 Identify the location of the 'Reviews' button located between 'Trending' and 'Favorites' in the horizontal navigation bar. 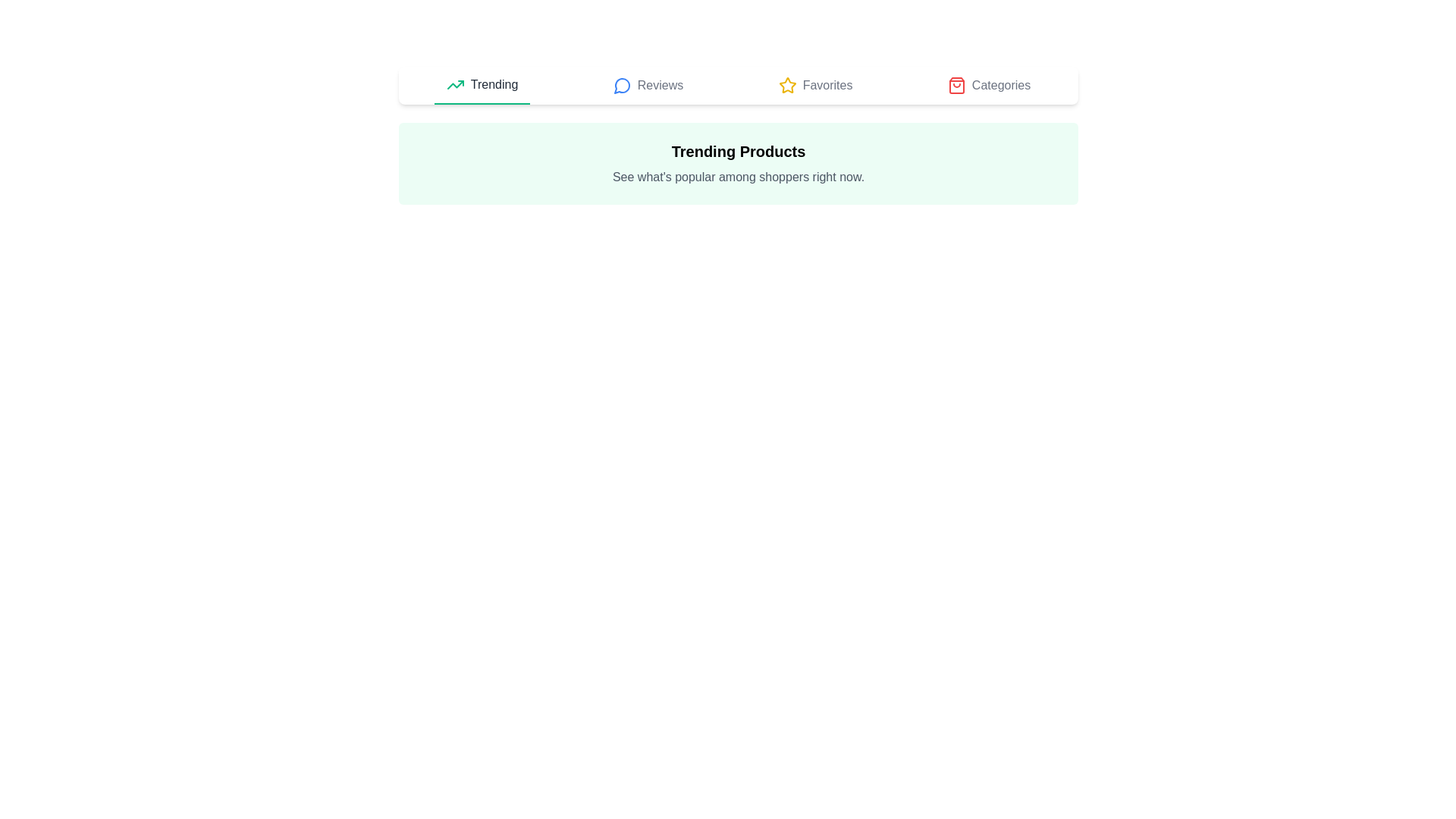
(648, 85).